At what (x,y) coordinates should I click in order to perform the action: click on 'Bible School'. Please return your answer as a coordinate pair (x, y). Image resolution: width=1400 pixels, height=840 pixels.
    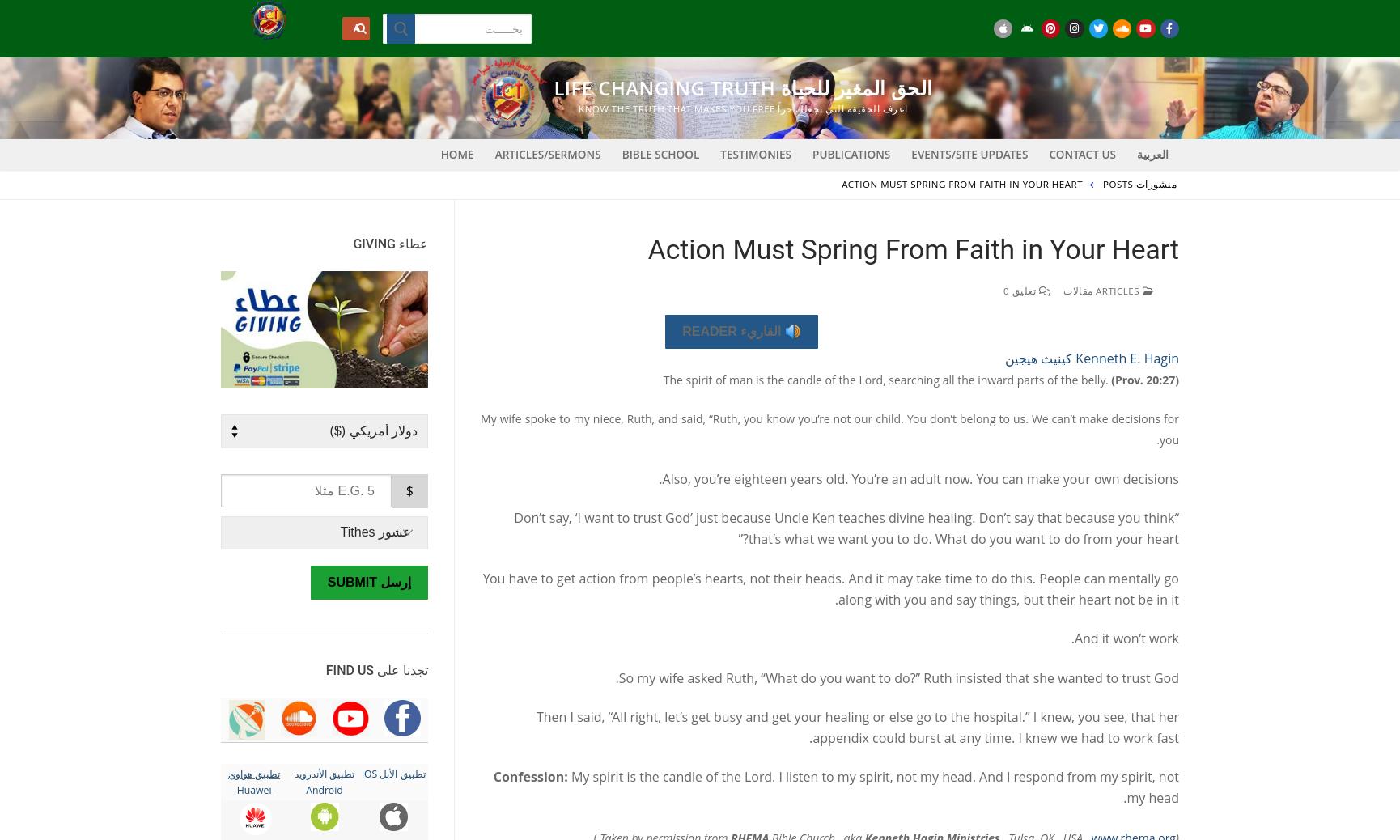
    Looking at the image, I should click on (660, 153).